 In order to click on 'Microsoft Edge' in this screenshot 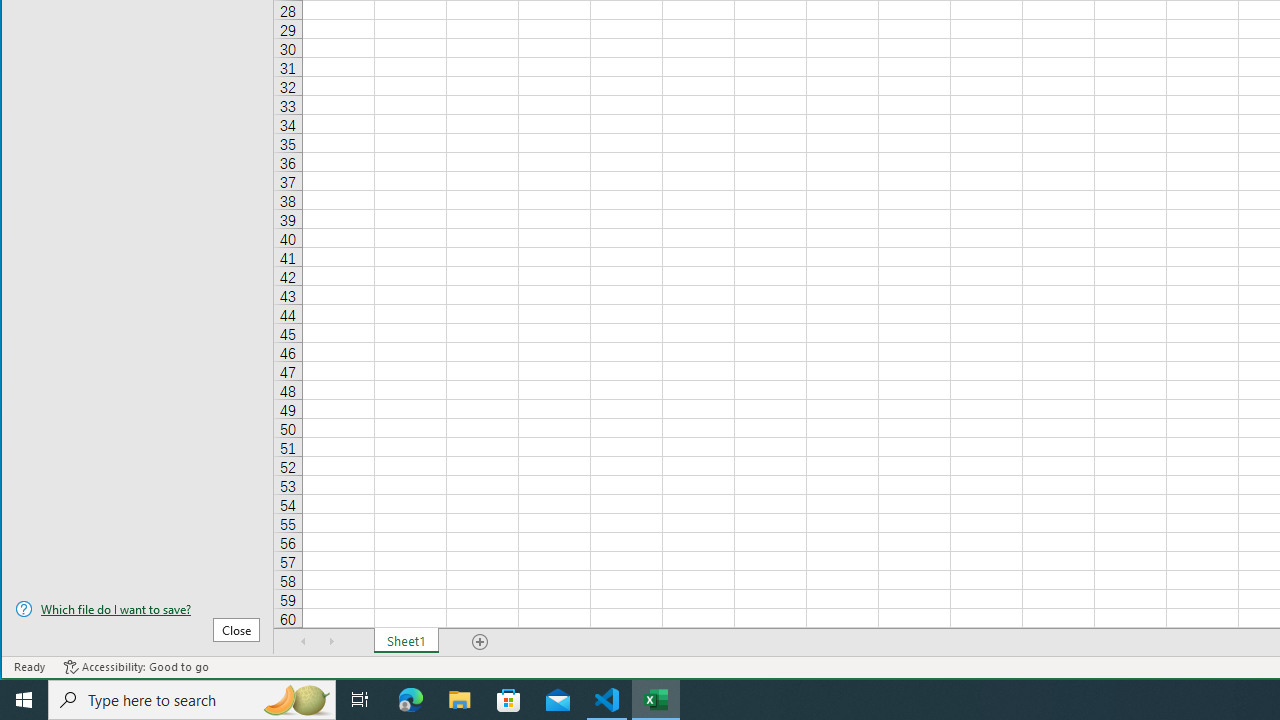, I will do `click(410, 698)`.